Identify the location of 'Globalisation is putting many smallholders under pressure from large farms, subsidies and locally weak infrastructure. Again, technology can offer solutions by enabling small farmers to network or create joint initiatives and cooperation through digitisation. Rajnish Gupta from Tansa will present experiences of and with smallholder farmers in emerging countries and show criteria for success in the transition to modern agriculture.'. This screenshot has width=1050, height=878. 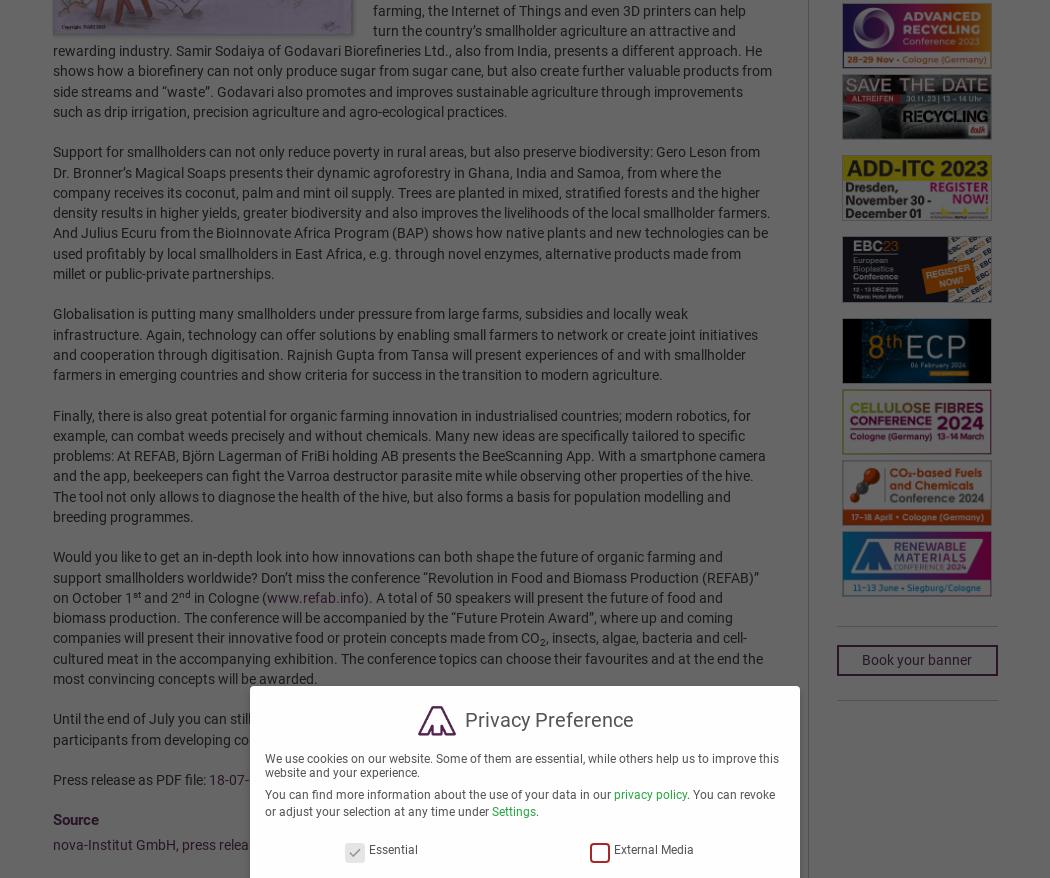
(50, 344).